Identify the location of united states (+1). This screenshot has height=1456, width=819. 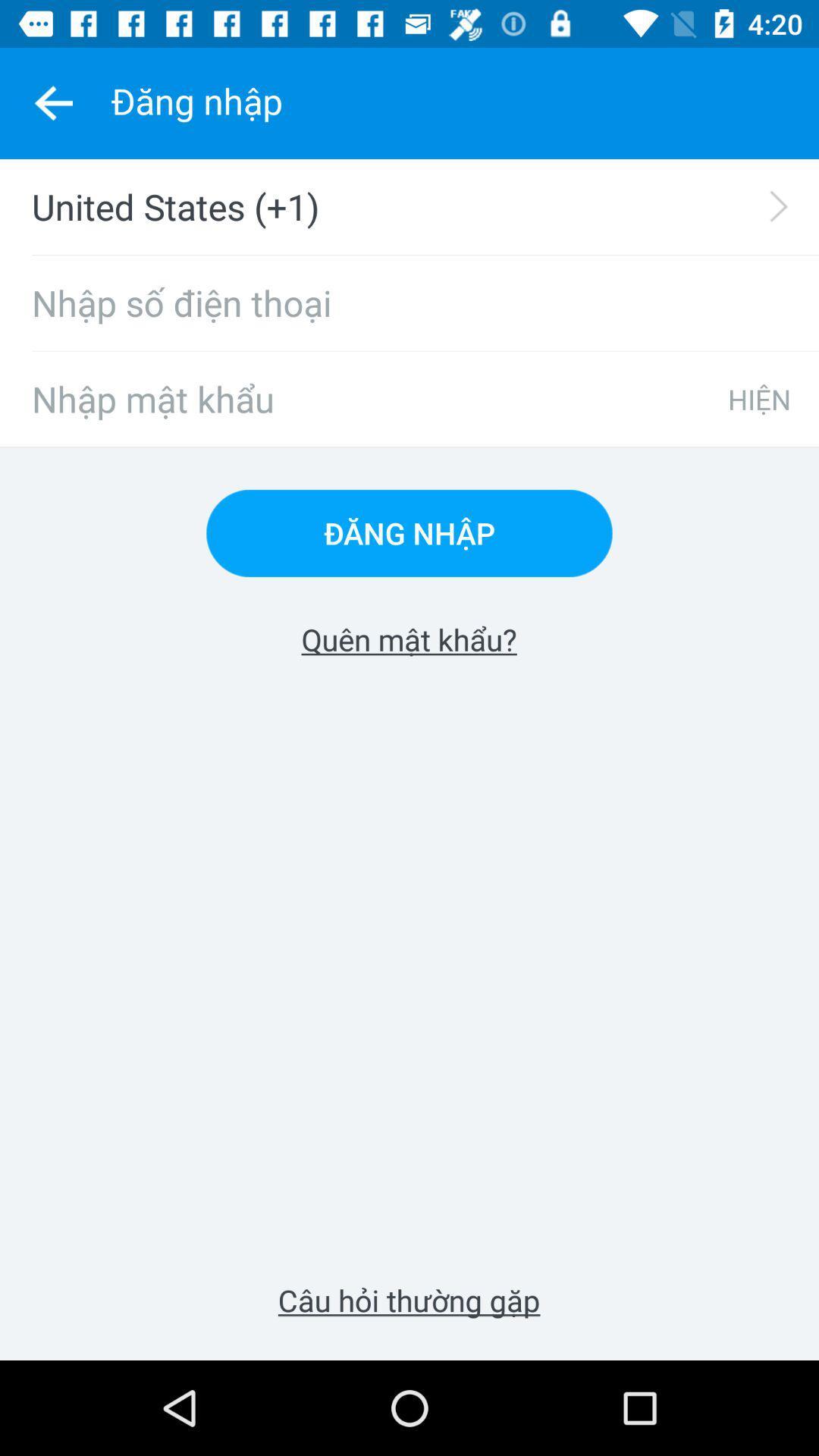
(419, 206).